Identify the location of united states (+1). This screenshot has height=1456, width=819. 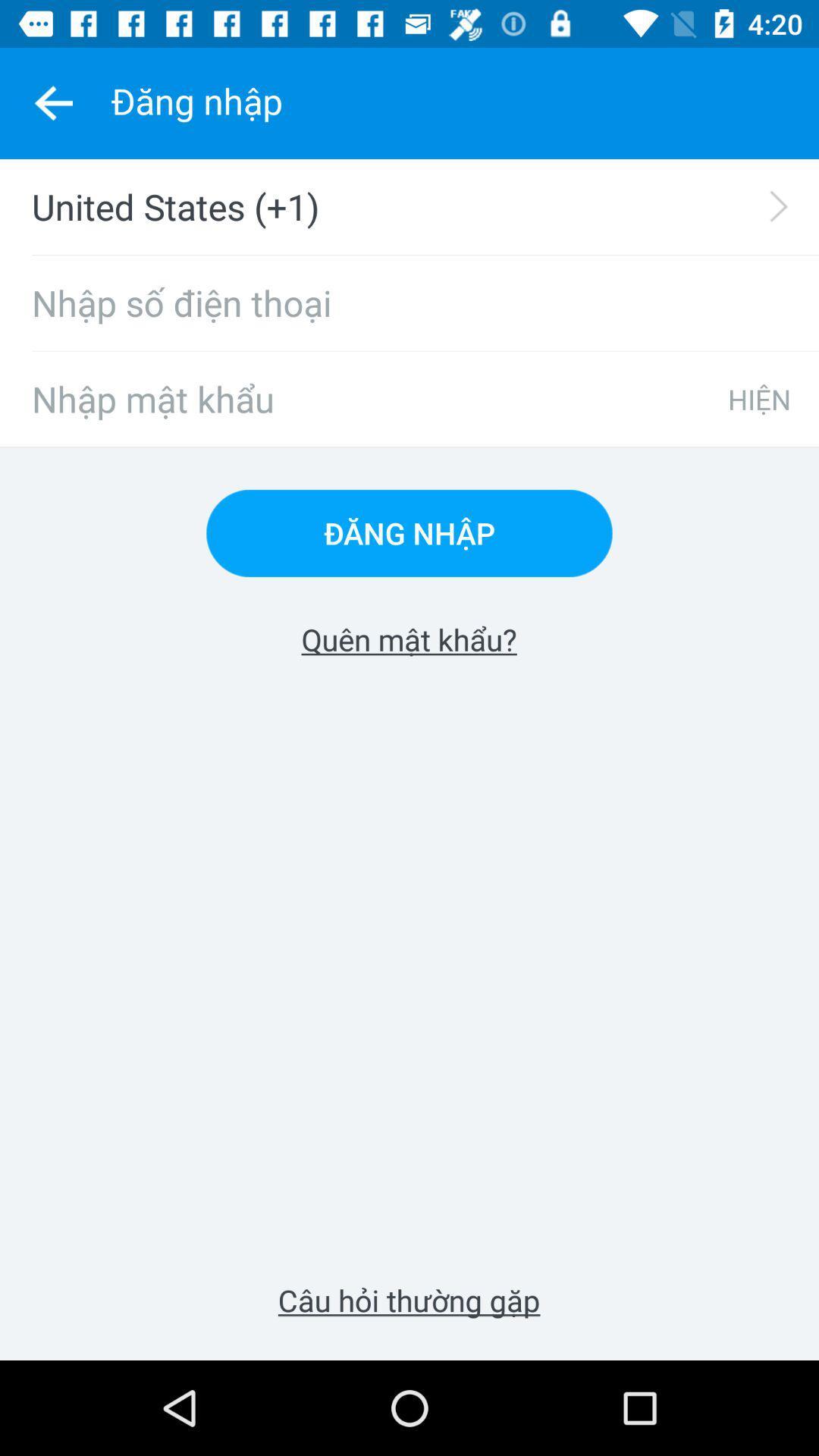
(419, 206).